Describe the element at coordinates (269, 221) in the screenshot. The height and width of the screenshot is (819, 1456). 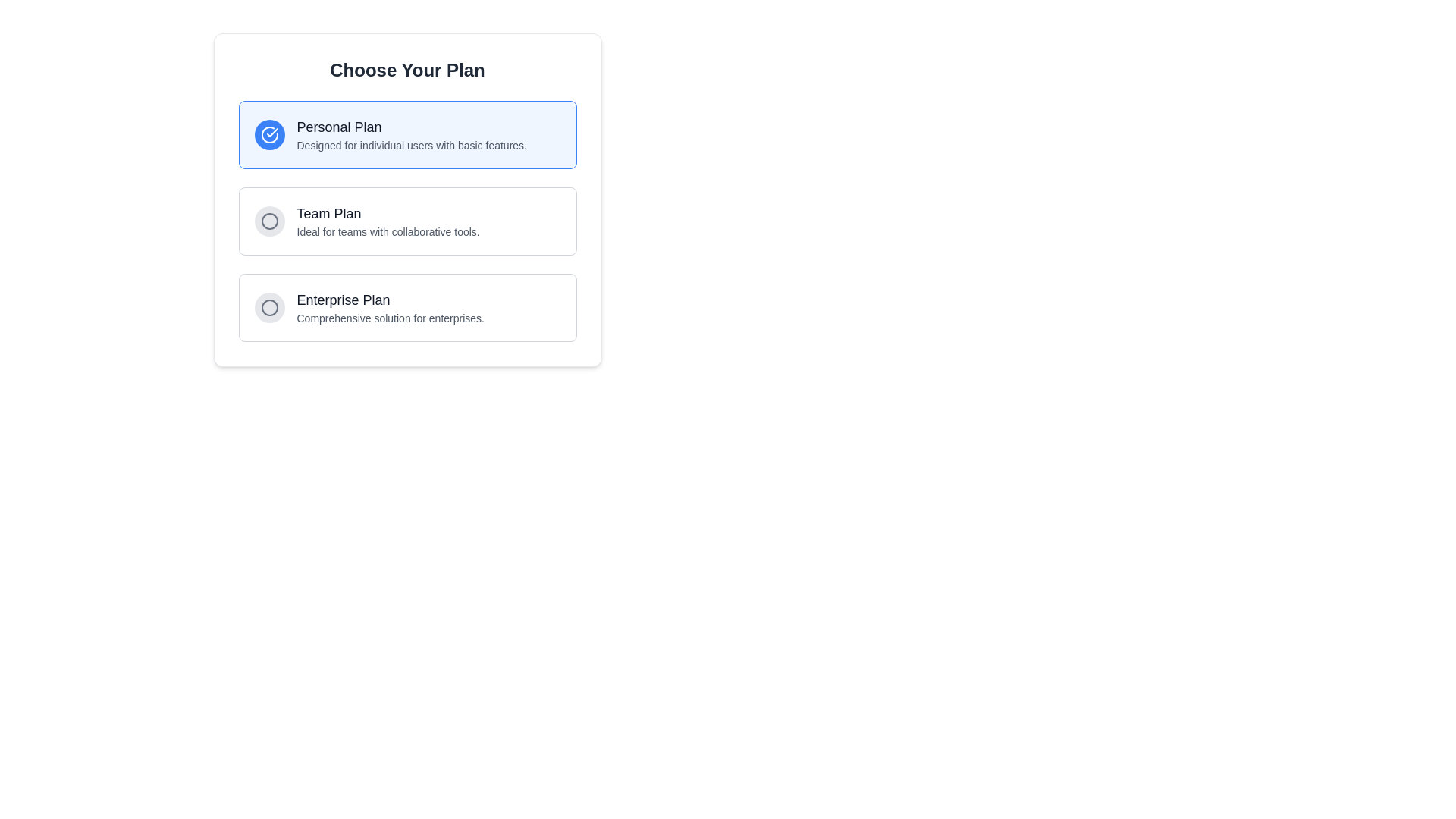
I see `the small circular icon with a gray border located in the 'Team Plan' option` at that location.